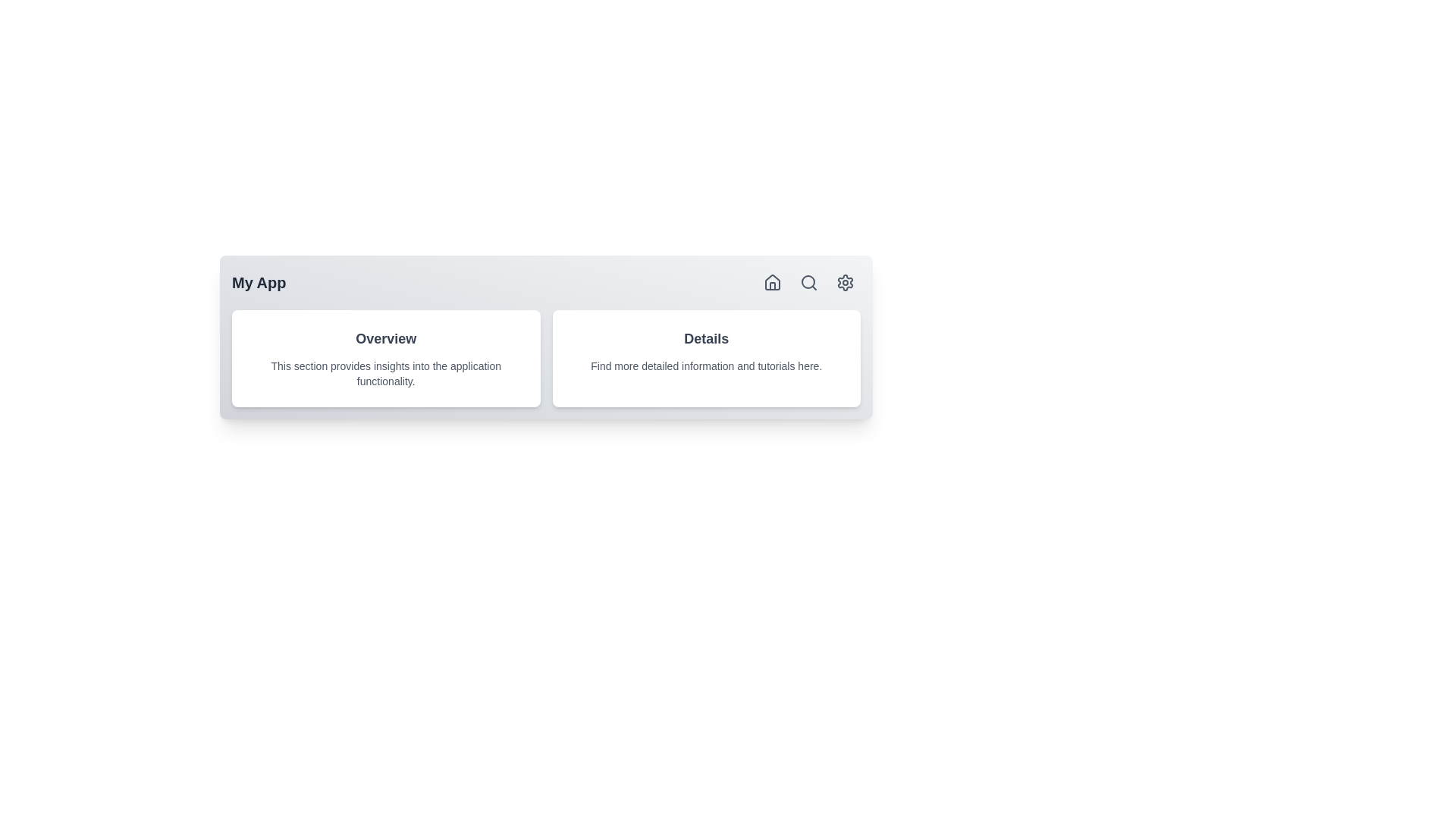 This screenshot has width=1456, height=819. What do you see at coordinates (772, 281) in the screenshot?
I see `the house-shaped icon in the top-right corner of the navigation bar` at bounding box center [772, 281].